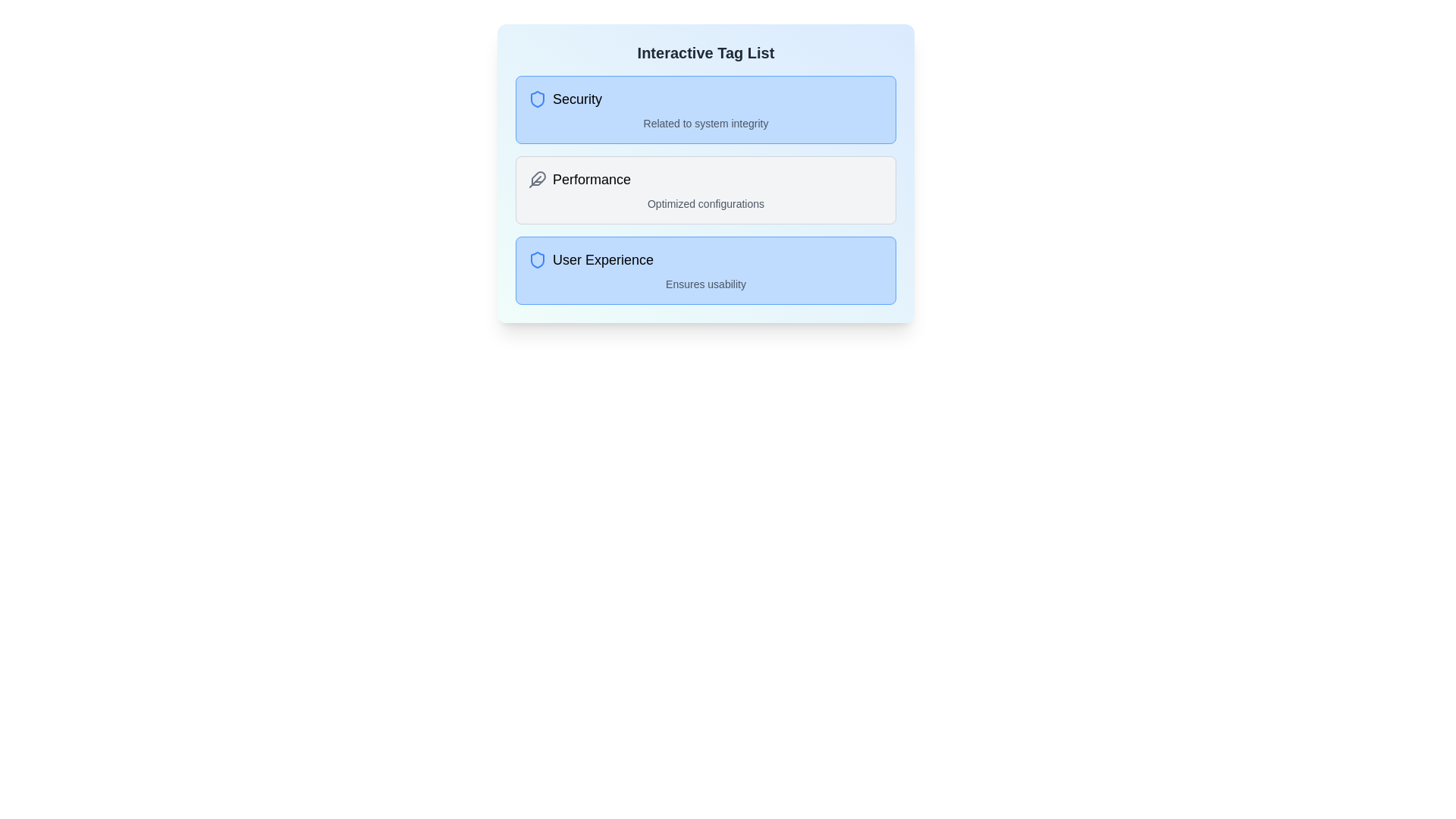 This screenshot has height=819, width=1456. What do you see at coordinates (538, 178) in the screenshot?
I see `the tag by clicking on its icon, identified by the tag name Performance` at bounding box center [538, 178].